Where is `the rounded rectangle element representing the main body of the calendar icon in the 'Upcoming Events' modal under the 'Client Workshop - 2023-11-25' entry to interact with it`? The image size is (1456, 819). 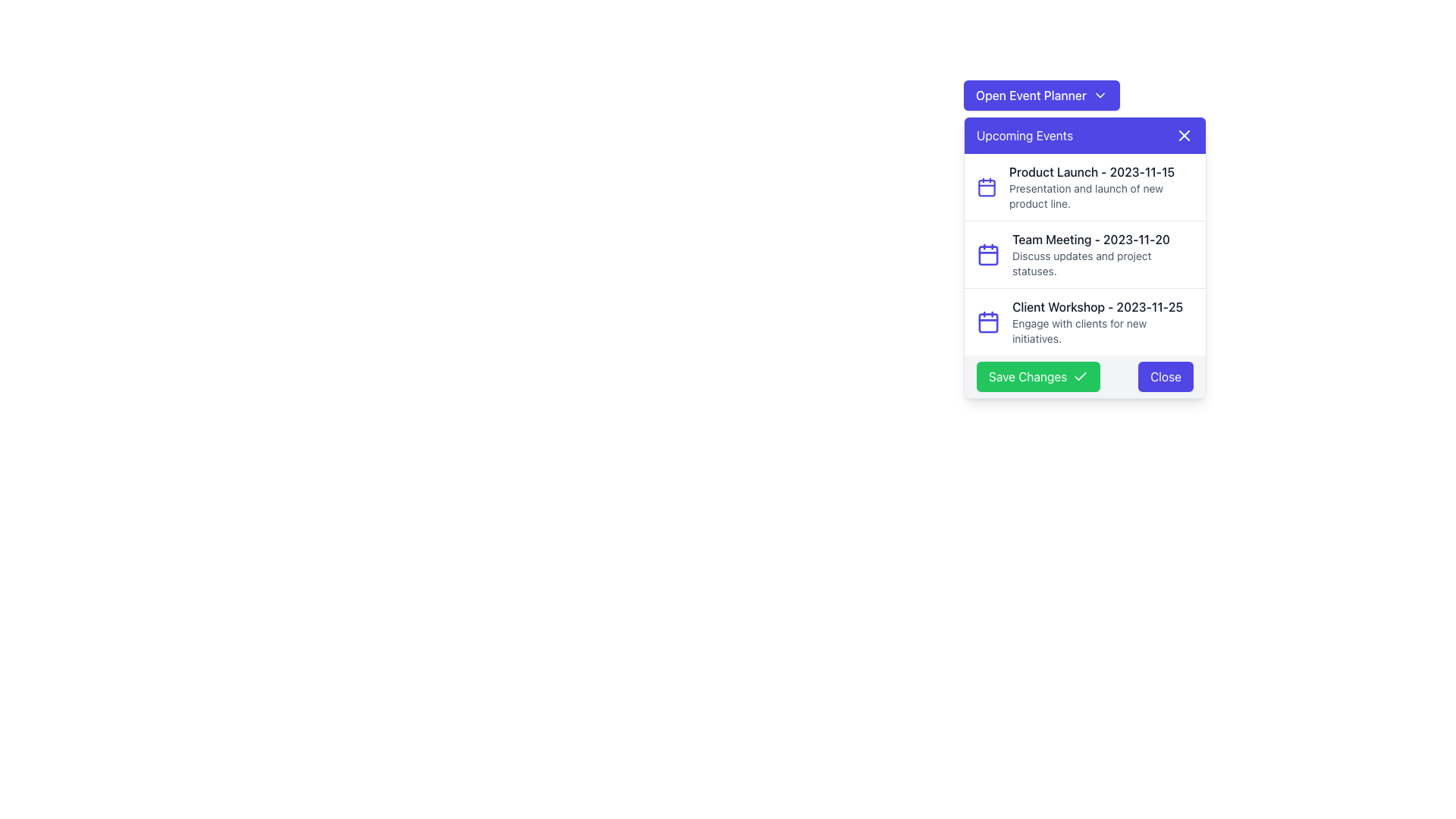
the rounded rectangle element representing the main body of the calendar icon in the 'Upcoming Events' modal under the 'Client Workshop - 2023-11-25' entry to interact with it is located at coordinates (988, 322).